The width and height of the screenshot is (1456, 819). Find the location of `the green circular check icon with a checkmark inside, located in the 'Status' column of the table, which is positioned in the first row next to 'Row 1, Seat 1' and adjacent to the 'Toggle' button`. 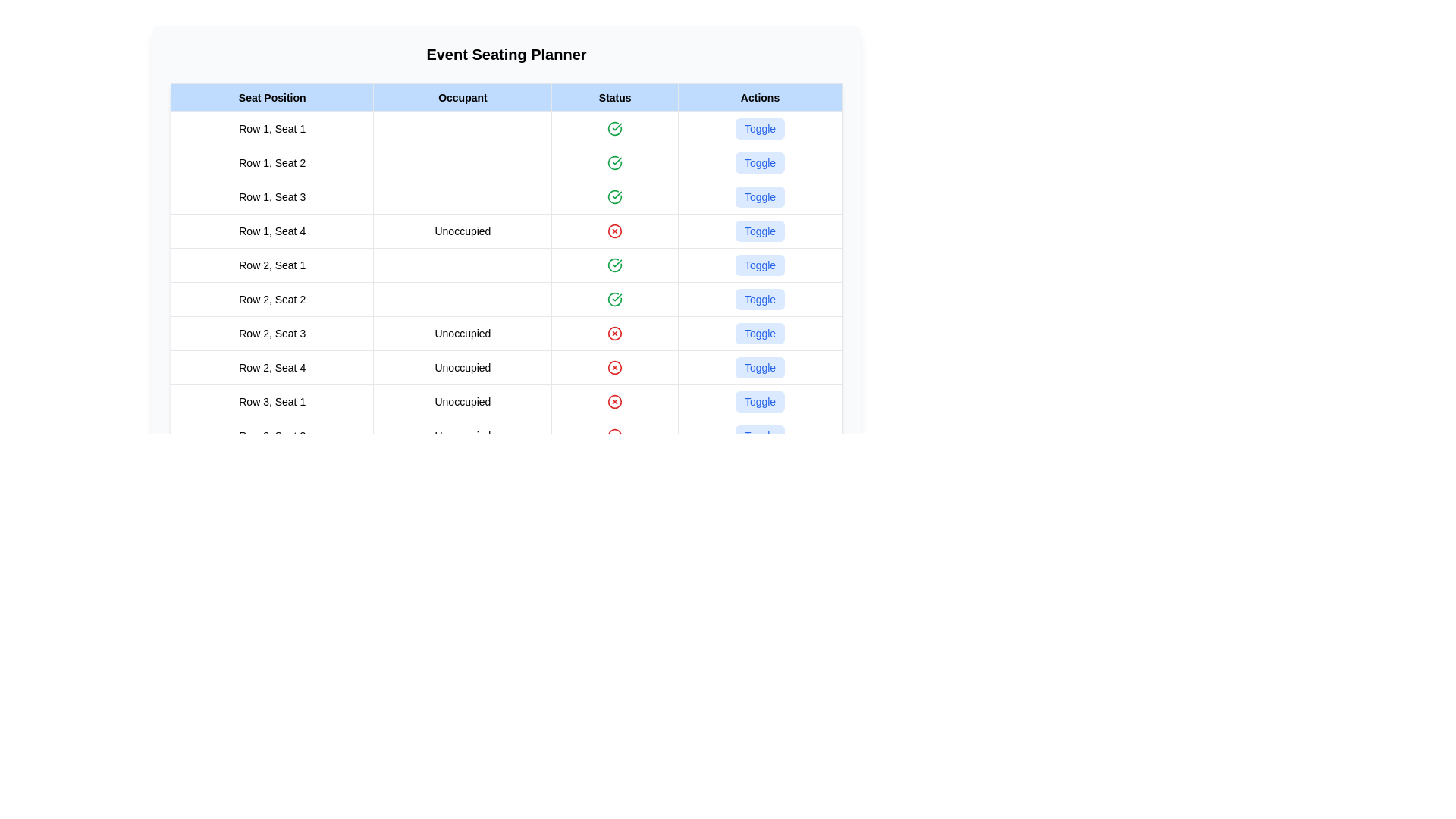

the green circular check icon with a checkmark inside, located in the 'Status' column of the table, which is positioned in the first row next to 'Row 1, Seat 1' and adjacent to the 'Toggle' button is located at coordinates (615, 127).